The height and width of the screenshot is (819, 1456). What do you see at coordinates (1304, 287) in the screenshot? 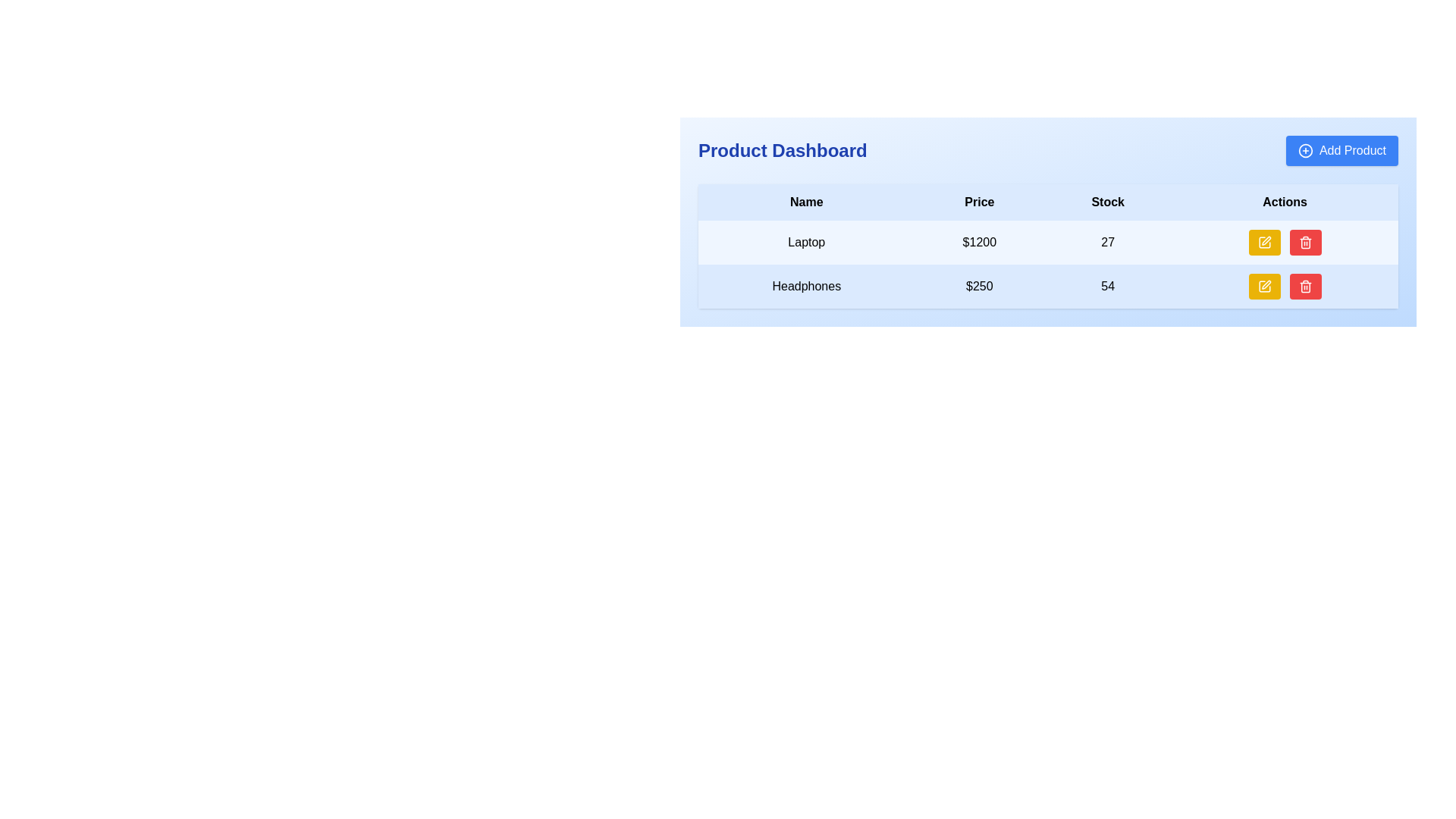
I see `the delete icon button located in the actions column of the second row in the table` at bounding box center [1304, 287].